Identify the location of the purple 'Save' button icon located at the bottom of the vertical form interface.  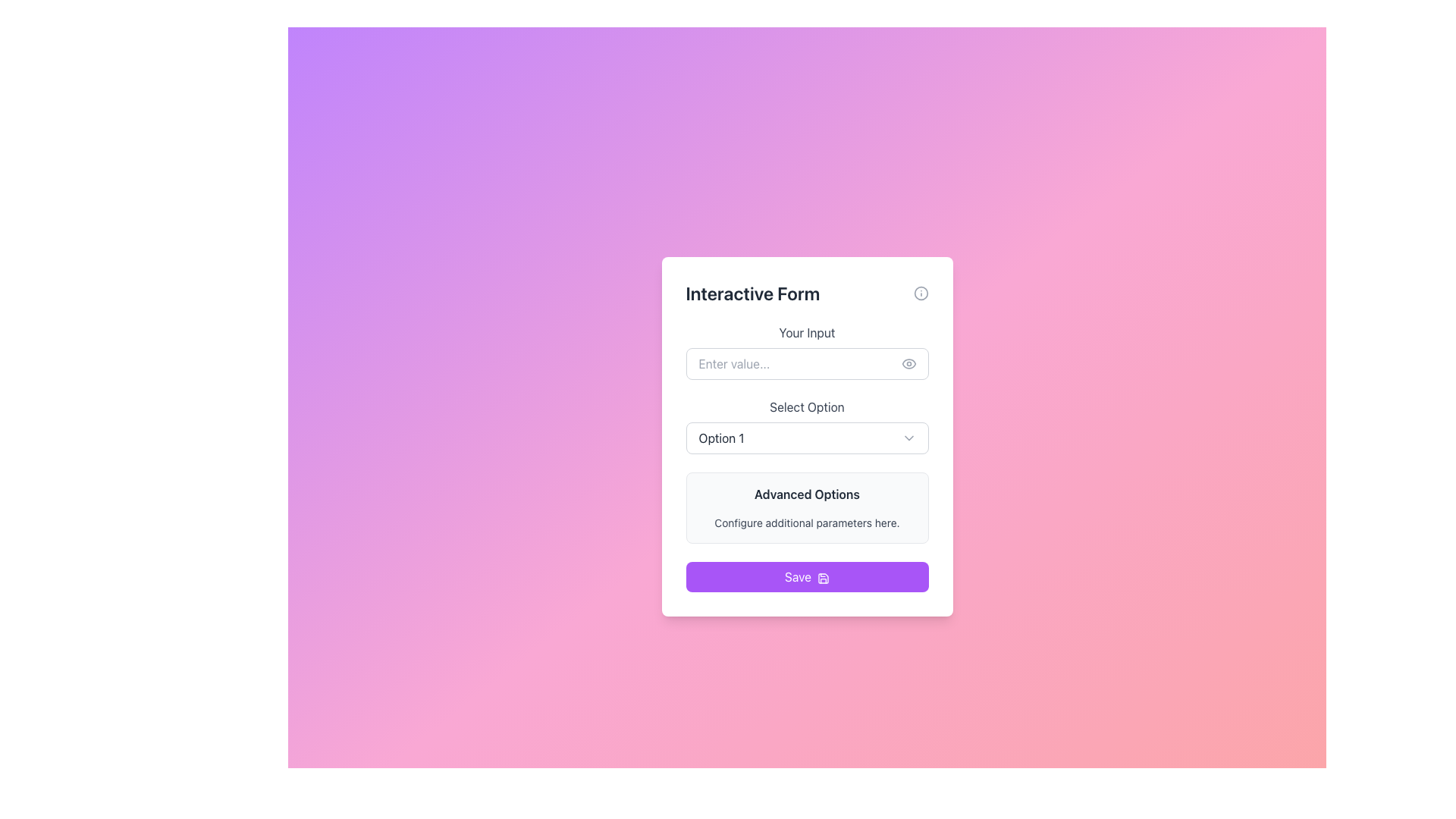
(822, 578).